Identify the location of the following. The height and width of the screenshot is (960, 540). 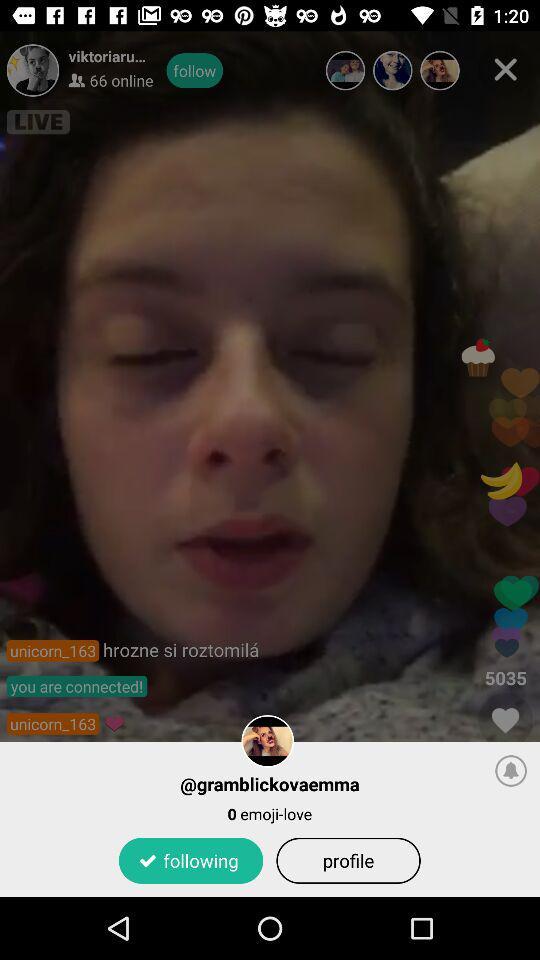
(191, 859).